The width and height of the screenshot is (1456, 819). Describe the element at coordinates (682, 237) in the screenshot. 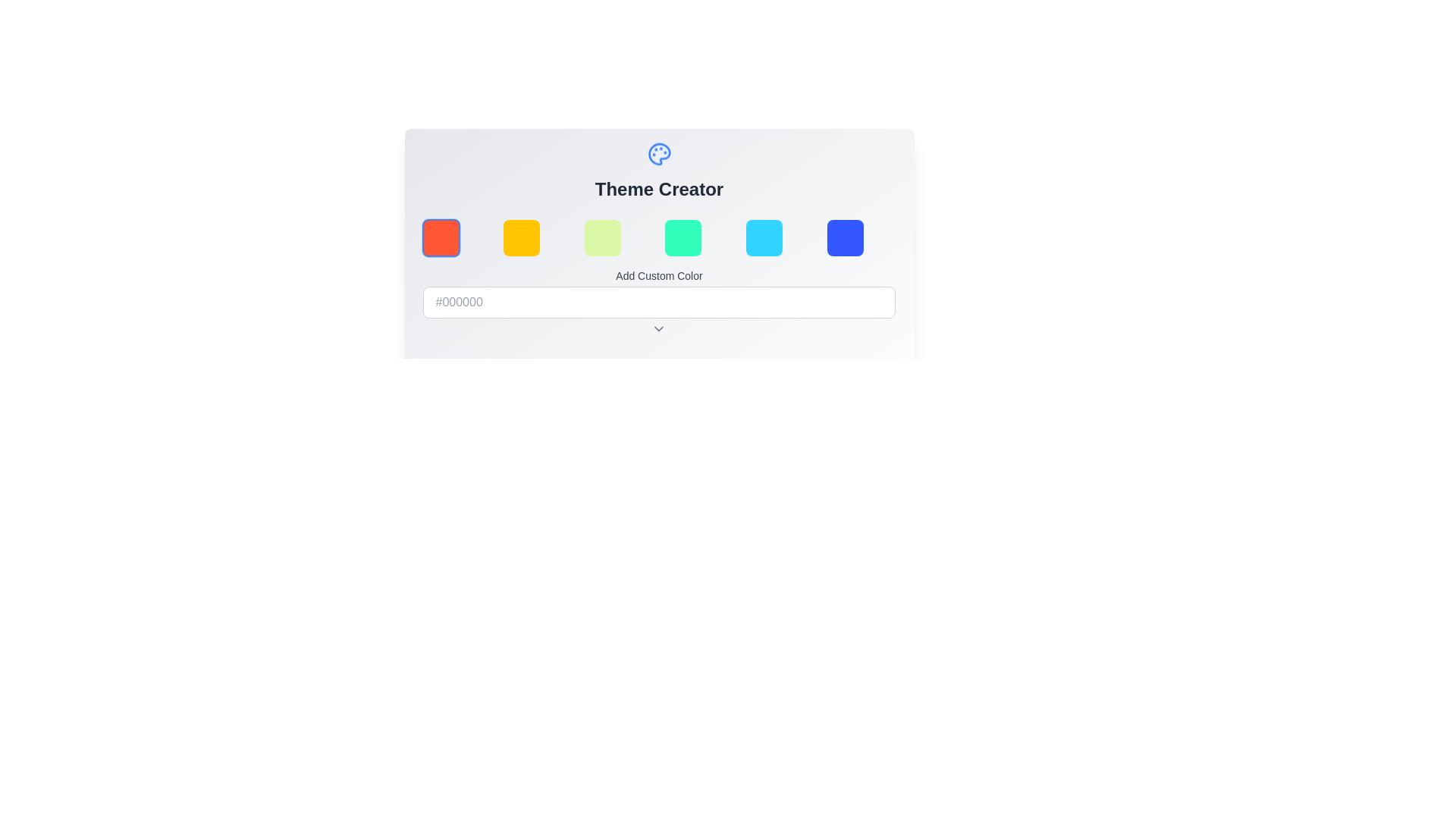

I see `the Color selection button, which is the fourth item in the grid of color buttons for selecting a specific shade of green in the 'Add Custom Color' section` at that location.